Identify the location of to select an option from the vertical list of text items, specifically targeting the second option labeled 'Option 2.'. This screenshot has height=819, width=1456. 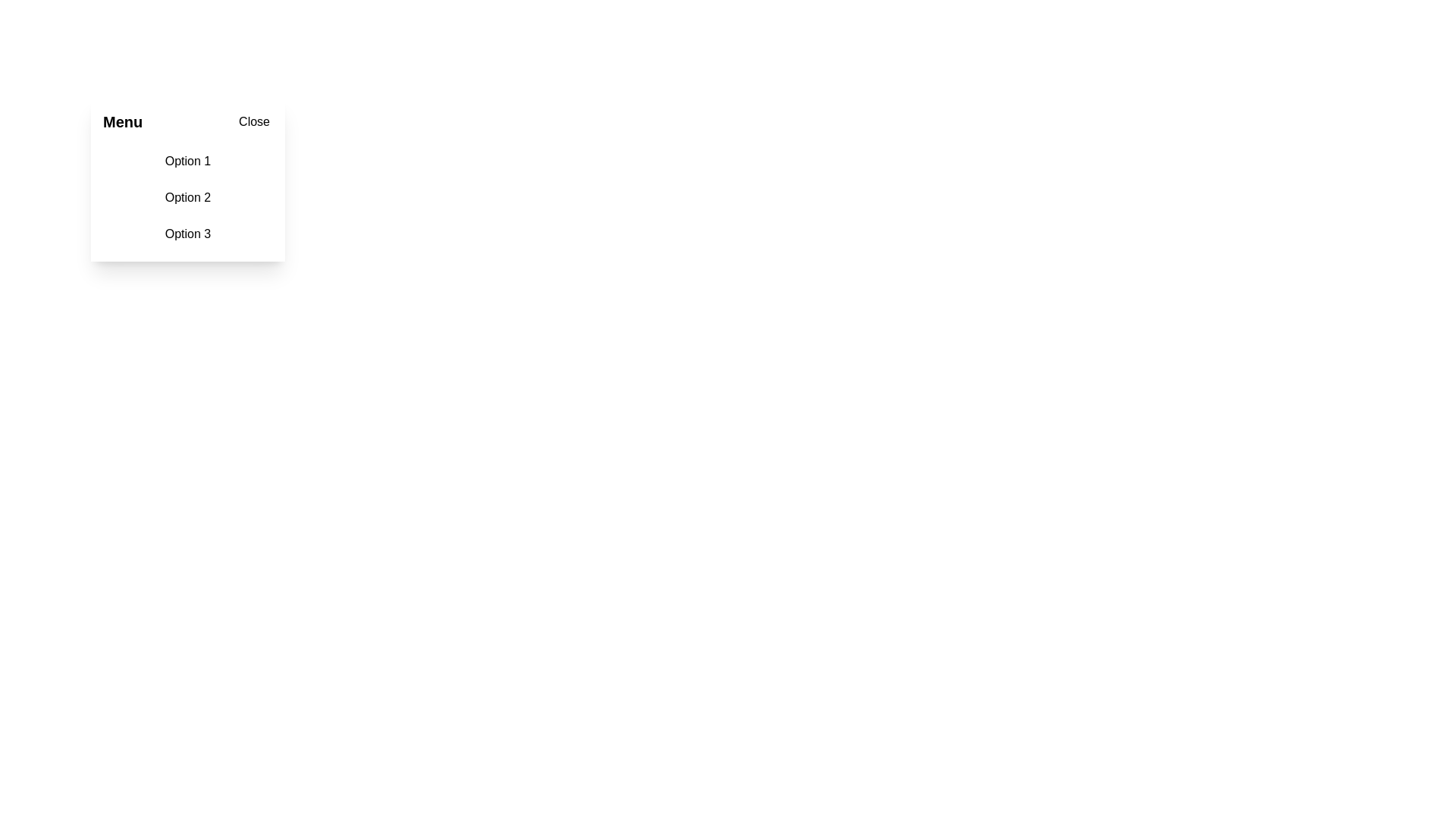
(187, 197).